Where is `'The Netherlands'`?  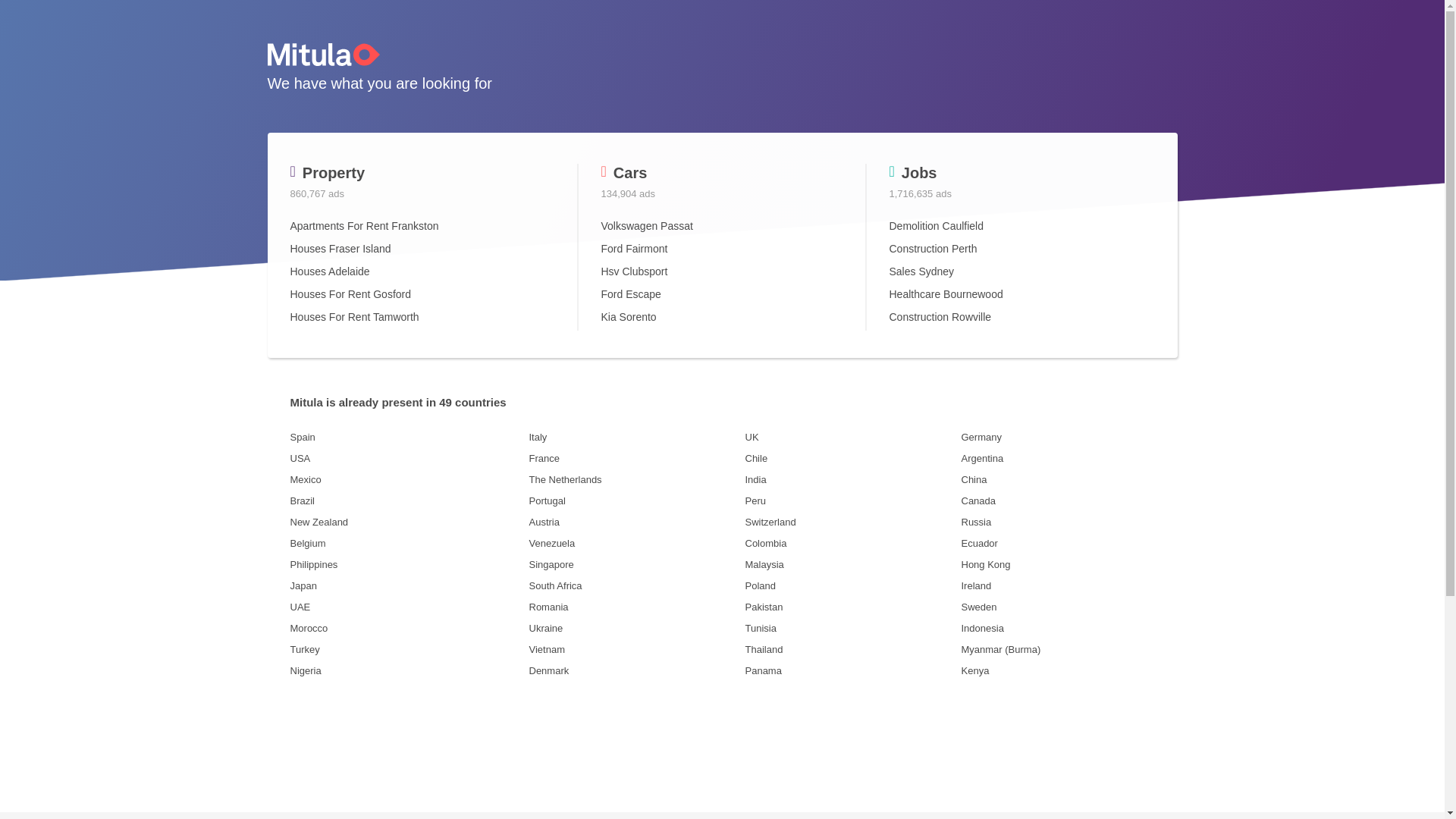 'The Netherlands' is located at coordinates (626, 479).